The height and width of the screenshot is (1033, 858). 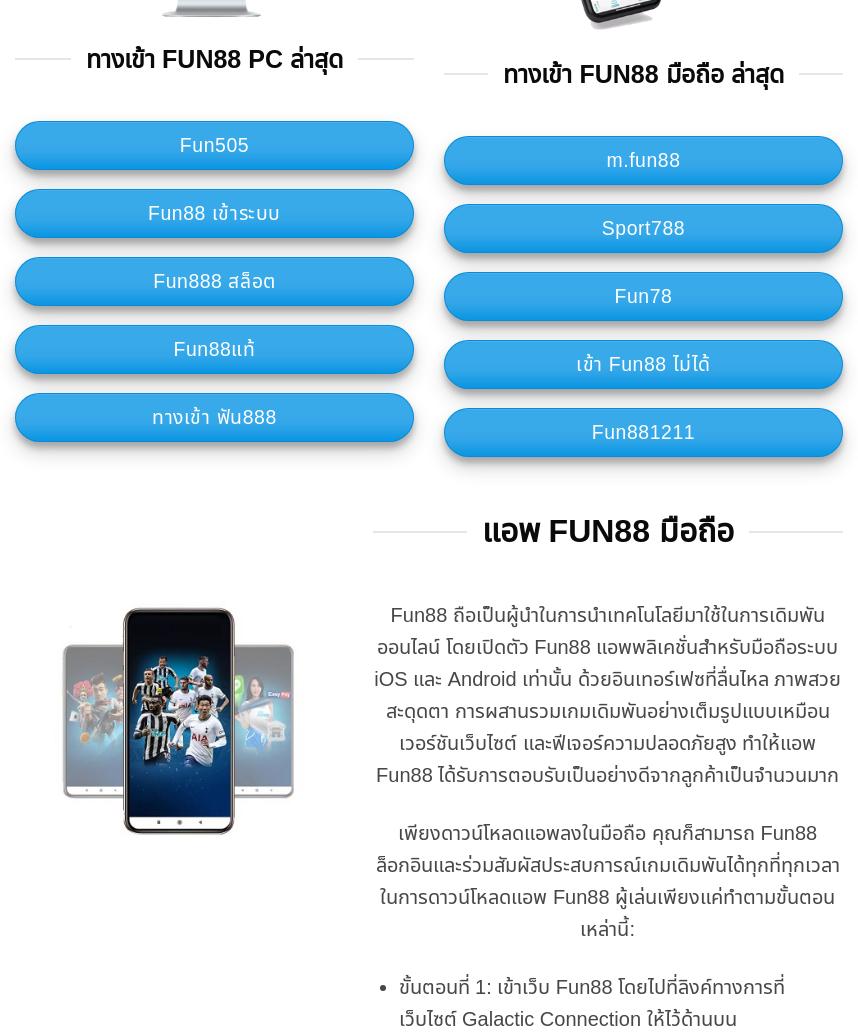 I want to click on 'แอพ Fun88 มือถือ', so click(x=607, y=529).